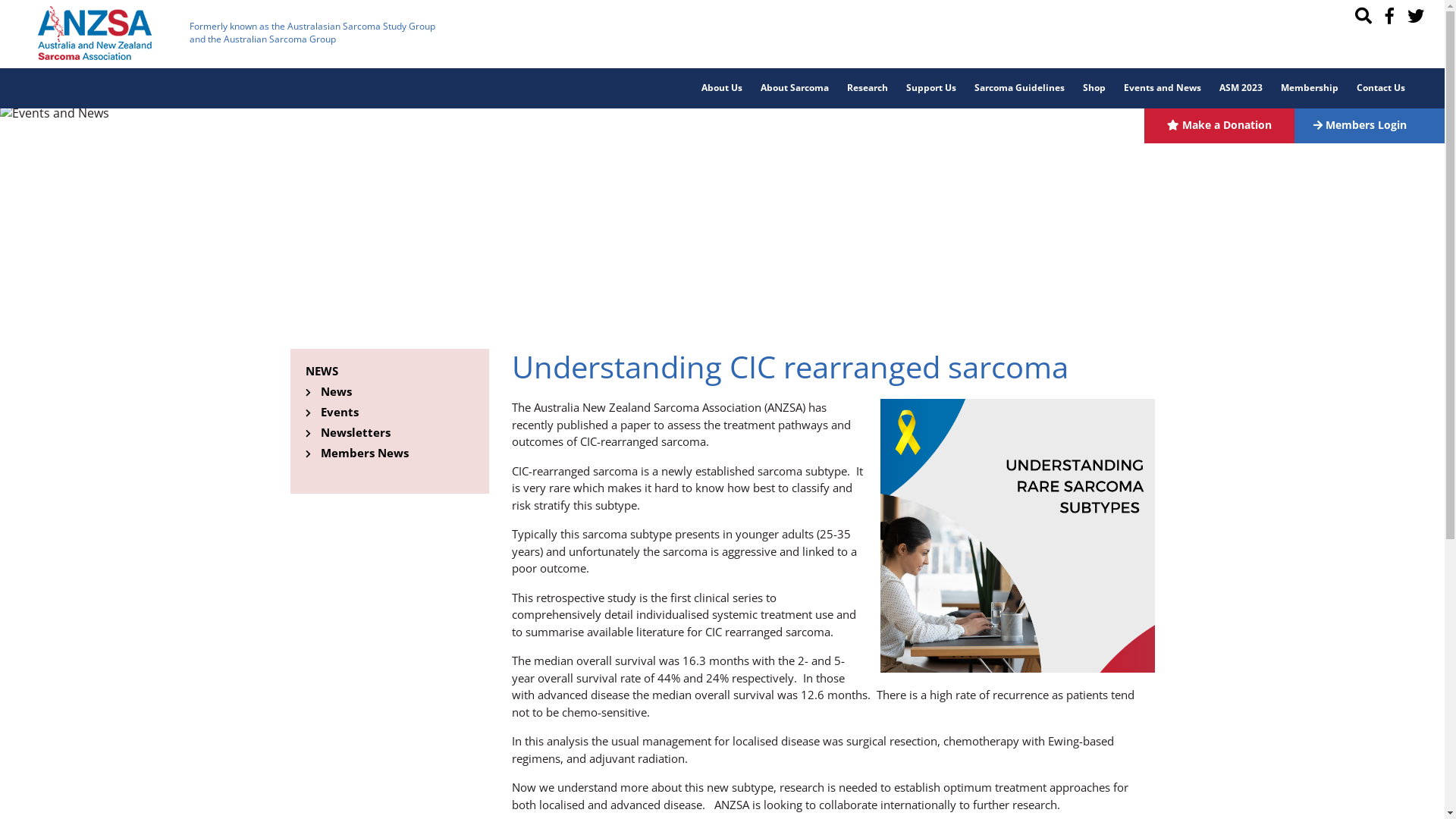  Describe the element at coordinates (1114, 88) in the screenshot. I see `'Events and News'` at that location.